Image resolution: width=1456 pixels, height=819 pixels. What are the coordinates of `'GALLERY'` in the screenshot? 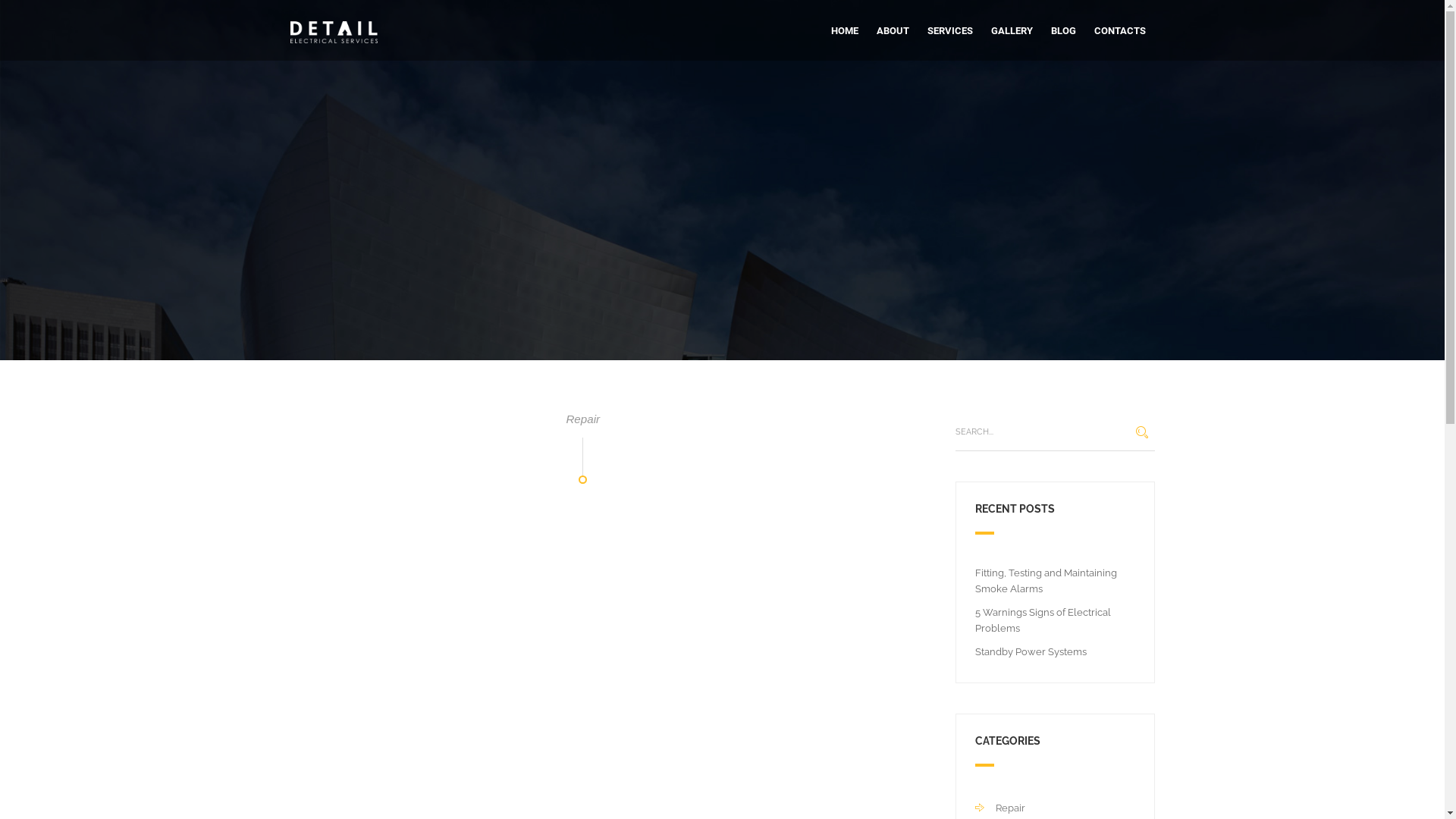 It's located at (1011, 31).